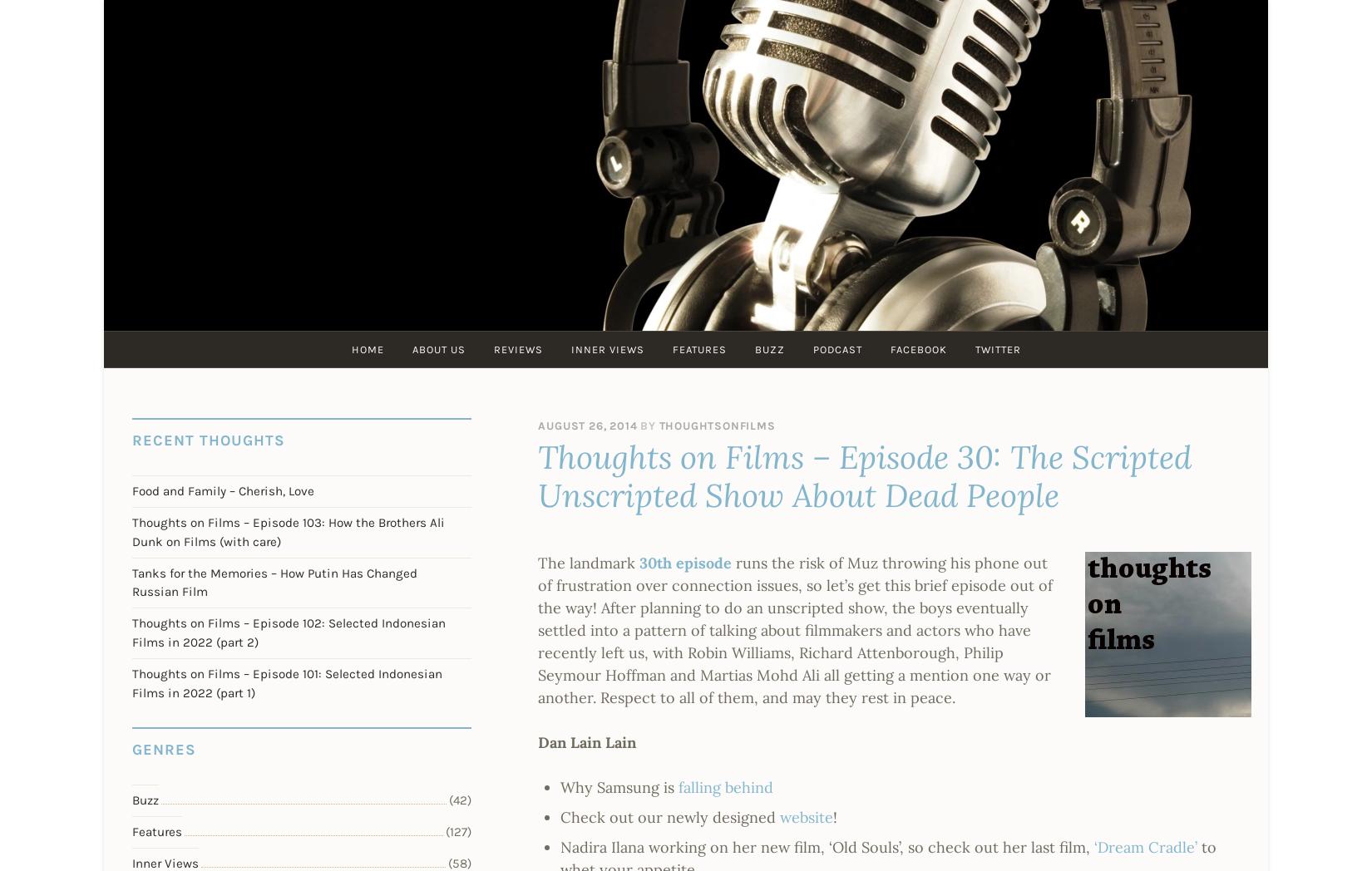 The width and height of the screenshot is (1372, 871). What do you see at coordinates (447, 863) in the screenshot?
I see `'(58)'` at bounding box center [447, 863].